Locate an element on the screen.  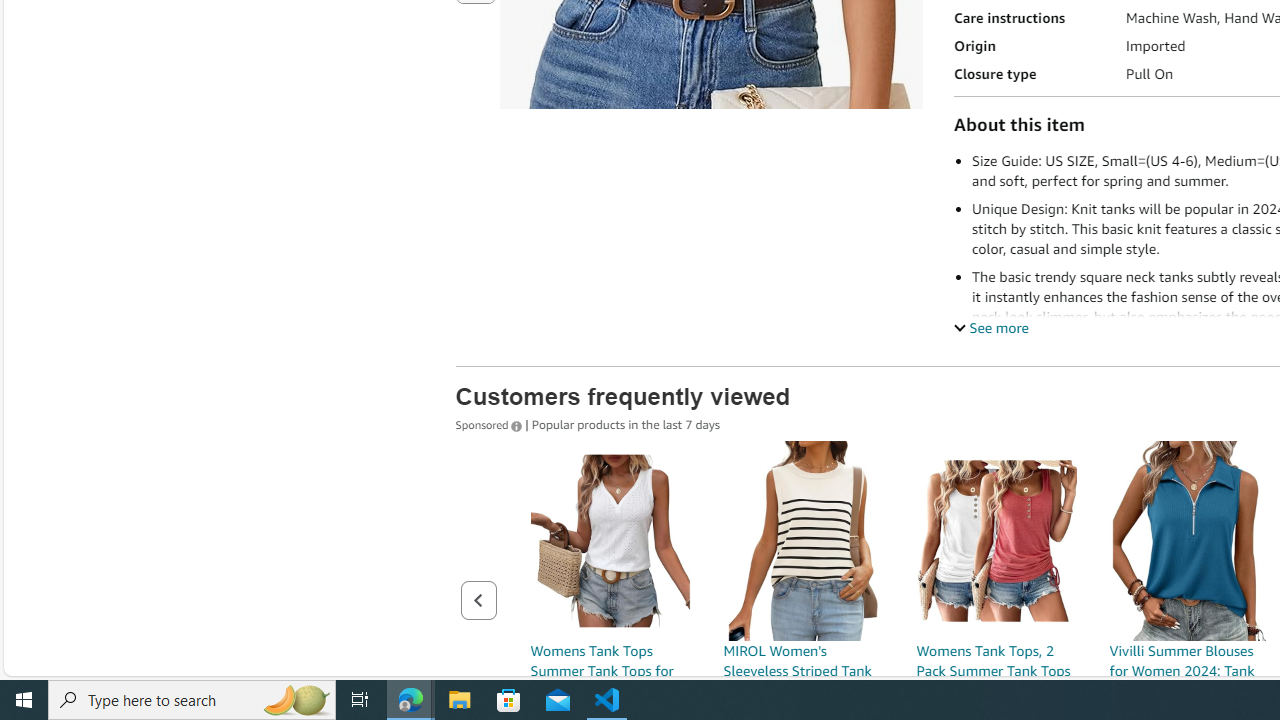
'Previous page of related Sponsored Products' is located at coordinates (477, 599).